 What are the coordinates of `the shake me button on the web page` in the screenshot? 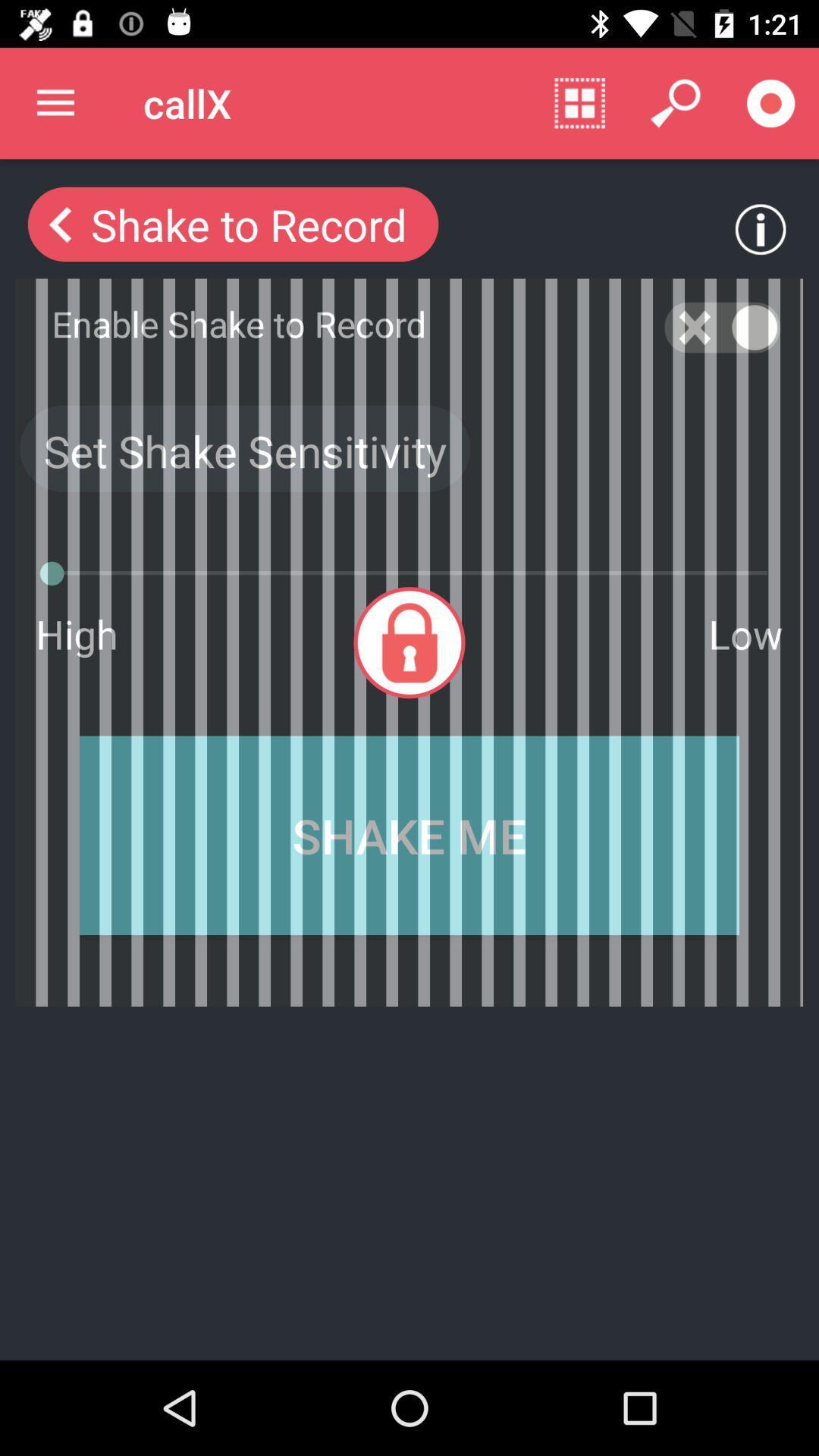 It's located at (409, 835).